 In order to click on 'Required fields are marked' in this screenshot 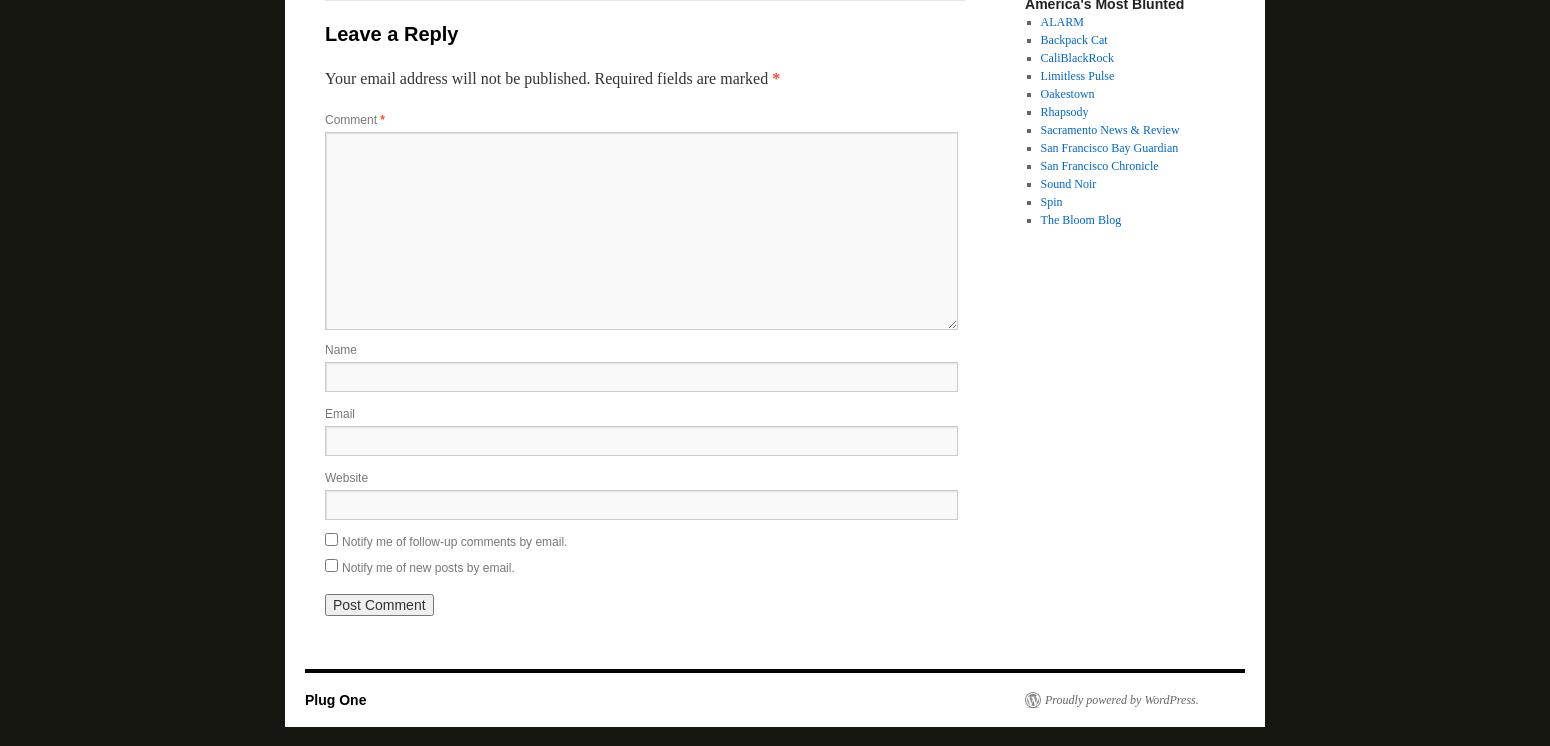, I will do `click(593, 78)`.